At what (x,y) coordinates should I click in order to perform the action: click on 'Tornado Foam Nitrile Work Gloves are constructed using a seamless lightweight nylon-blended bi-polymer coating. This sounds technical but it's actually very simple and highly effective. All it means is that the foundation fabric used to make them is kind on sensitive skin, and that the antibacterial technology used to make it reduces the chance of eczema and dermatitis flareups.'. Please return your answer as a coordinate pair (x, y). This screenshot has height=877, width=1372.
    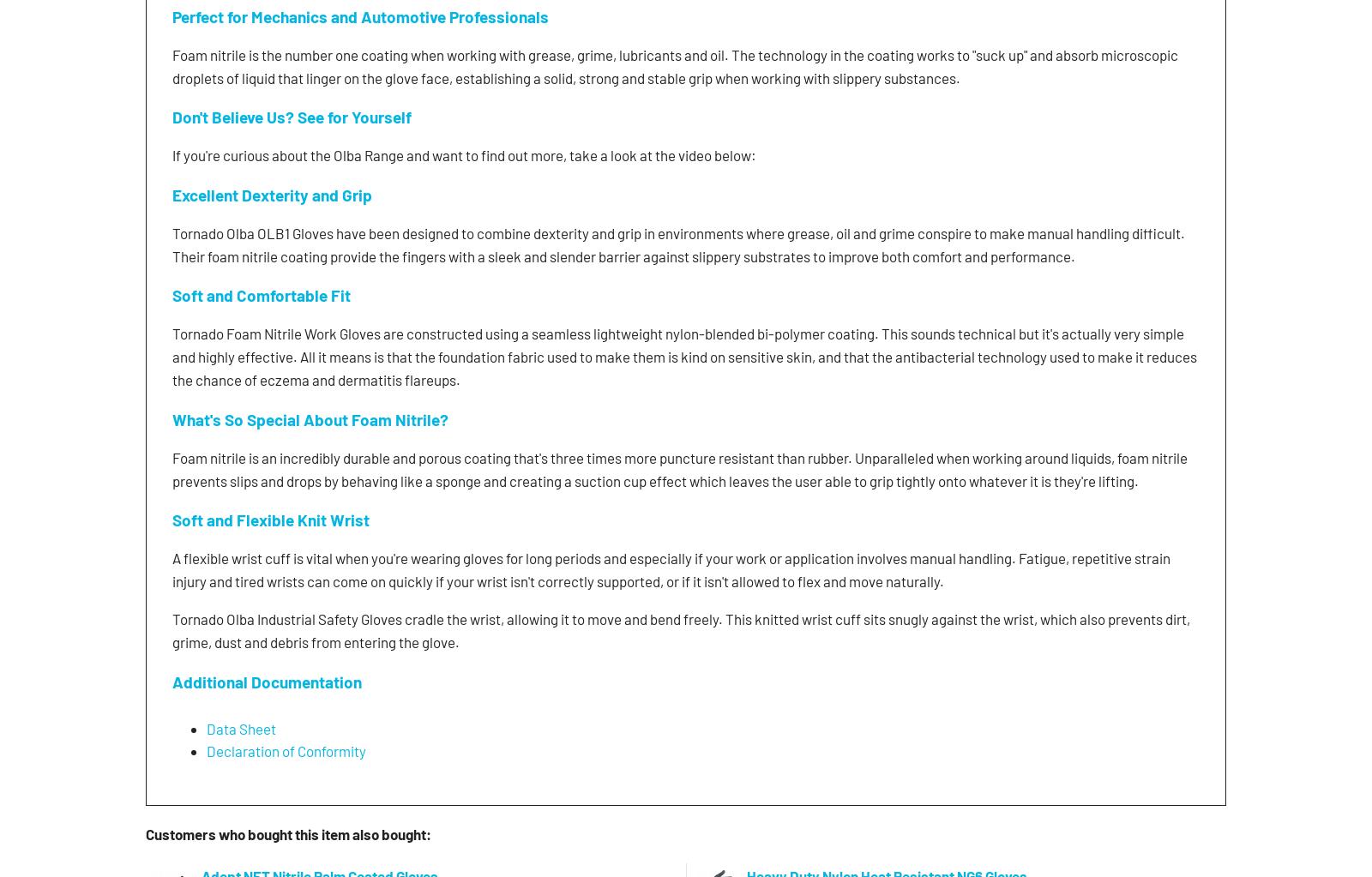
    Looking at the image, I should click on (171, 356).